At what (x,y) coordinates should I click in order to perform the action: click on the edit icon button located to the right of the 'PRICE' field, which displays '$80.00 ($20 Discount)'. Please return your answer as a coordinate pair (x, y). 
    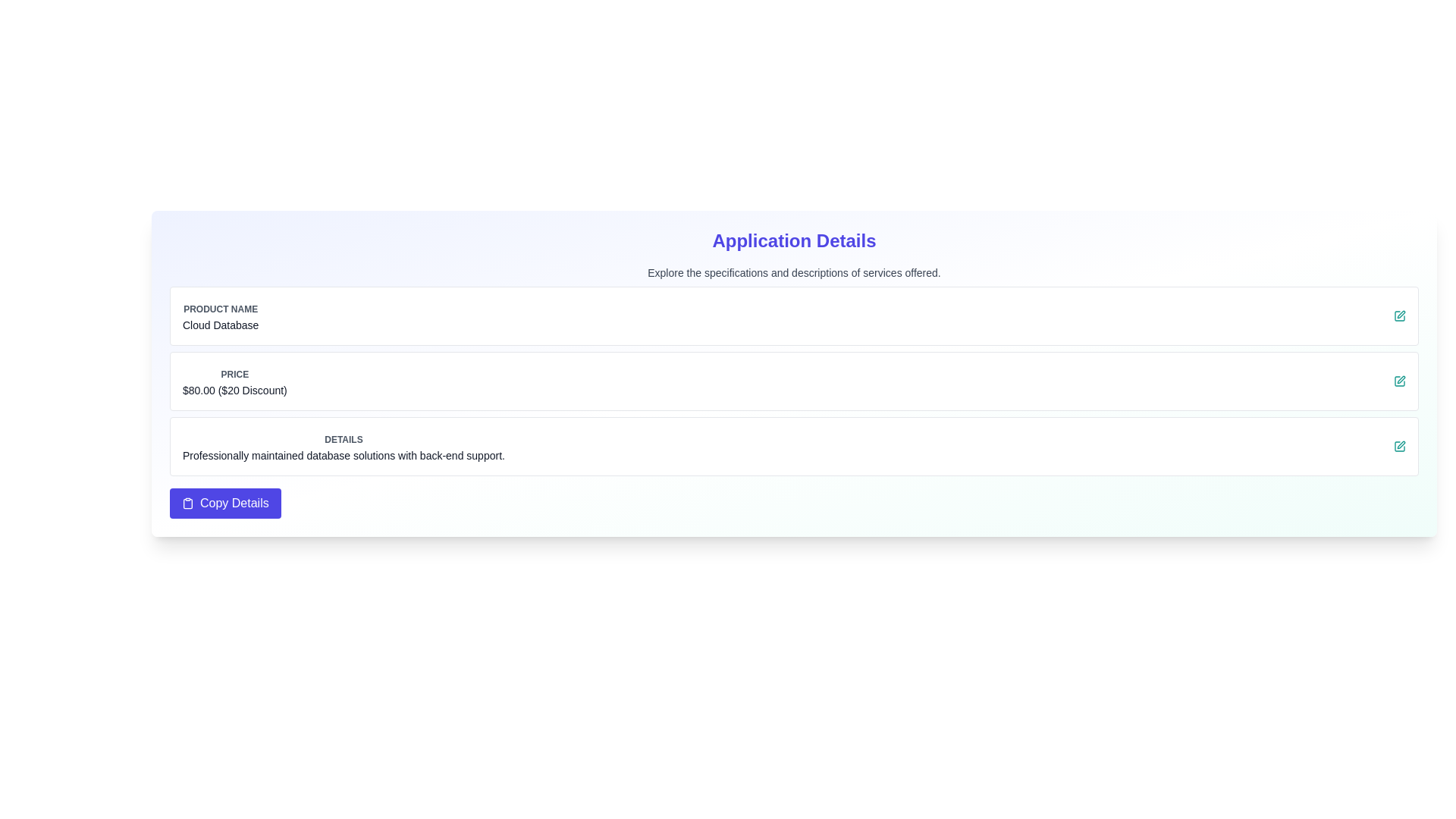
    Looking at the image, I should click on (1399, 380).